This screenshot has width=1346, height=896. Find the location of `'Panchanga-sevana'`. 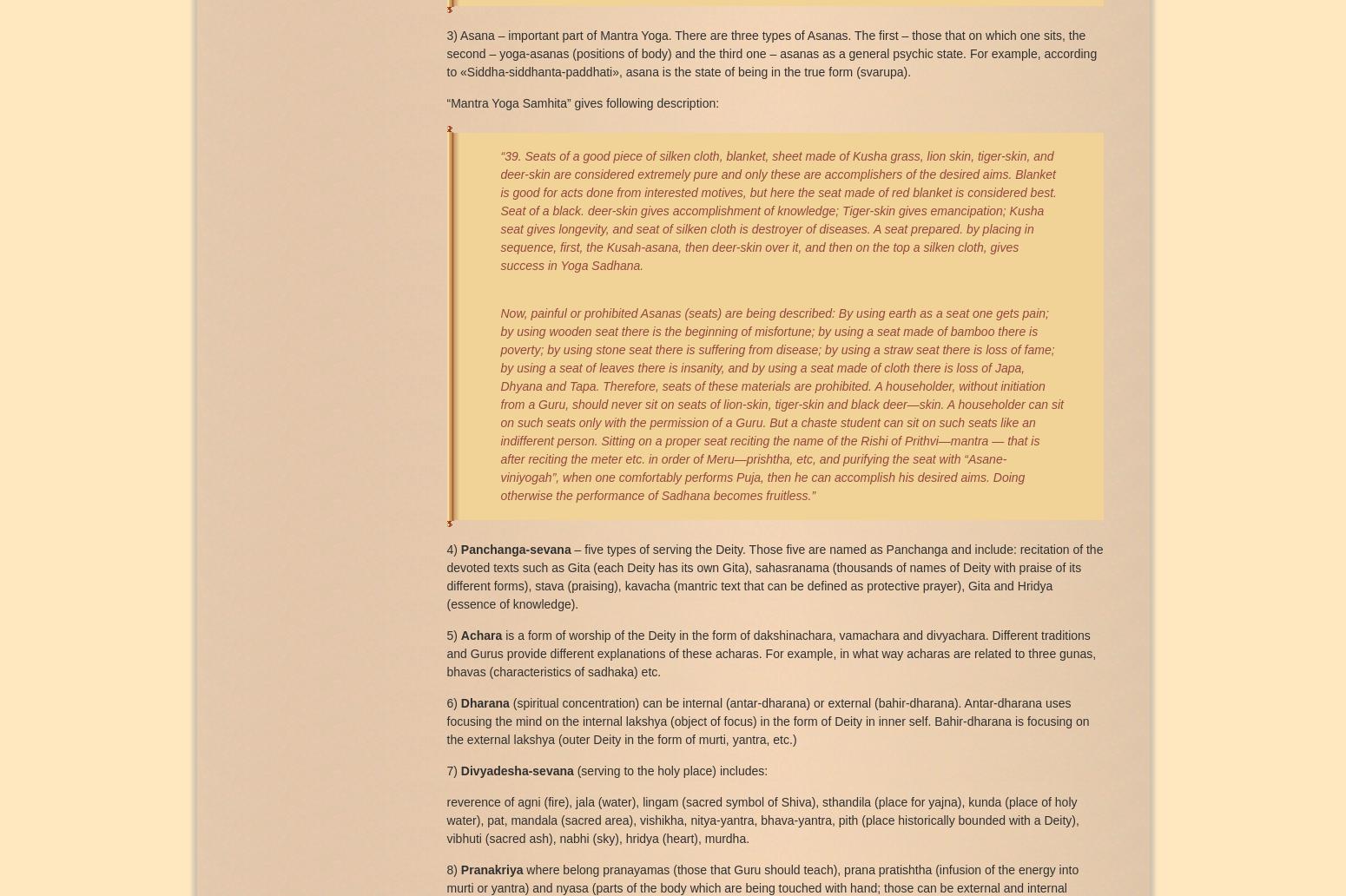

'Panchanga-sevana' is located at coordinates (515, 548).